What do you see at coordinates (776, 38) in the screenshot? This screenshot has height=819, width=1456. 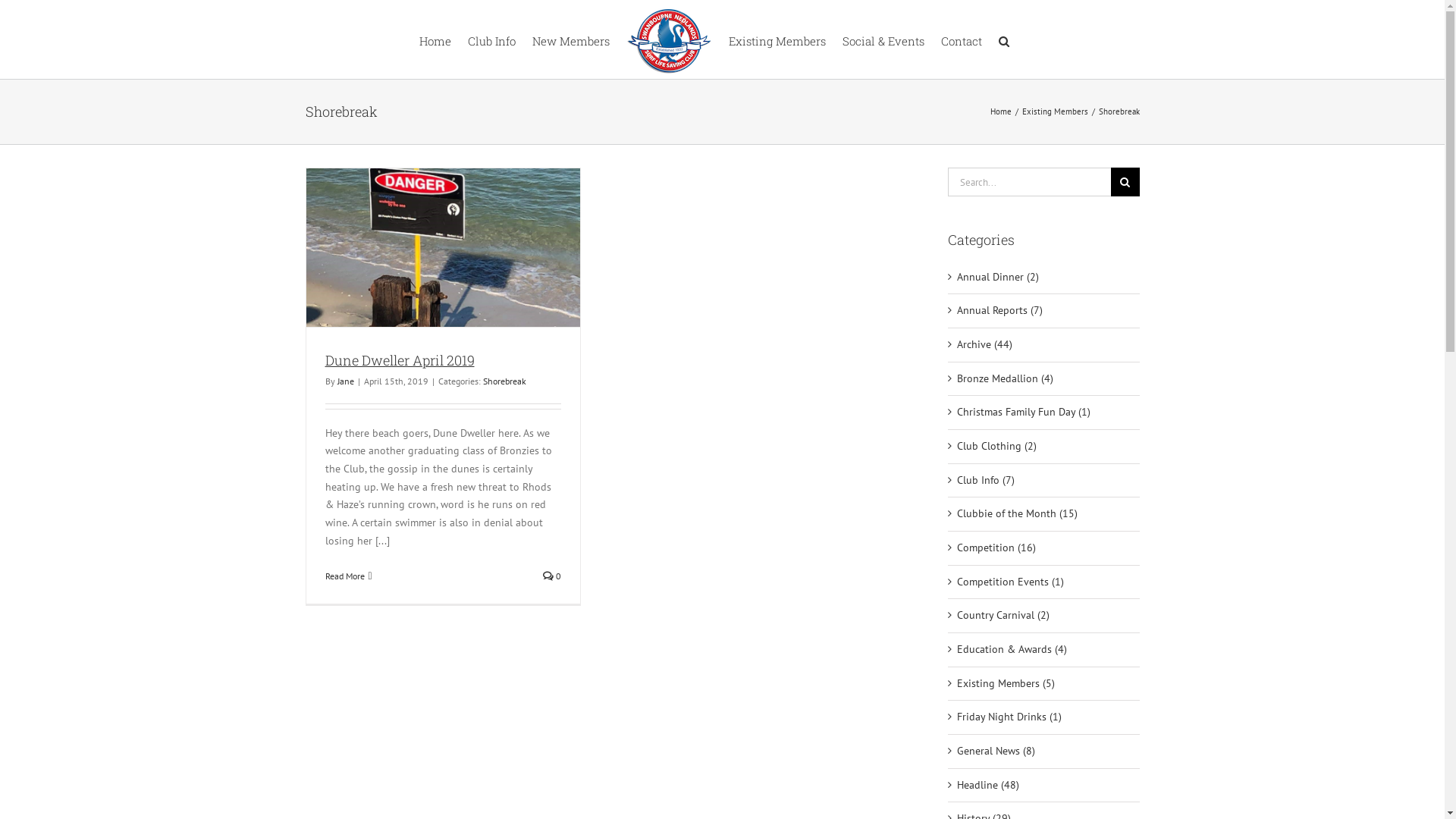 I see `'Existing Members'` at bounding box center [776, 38].